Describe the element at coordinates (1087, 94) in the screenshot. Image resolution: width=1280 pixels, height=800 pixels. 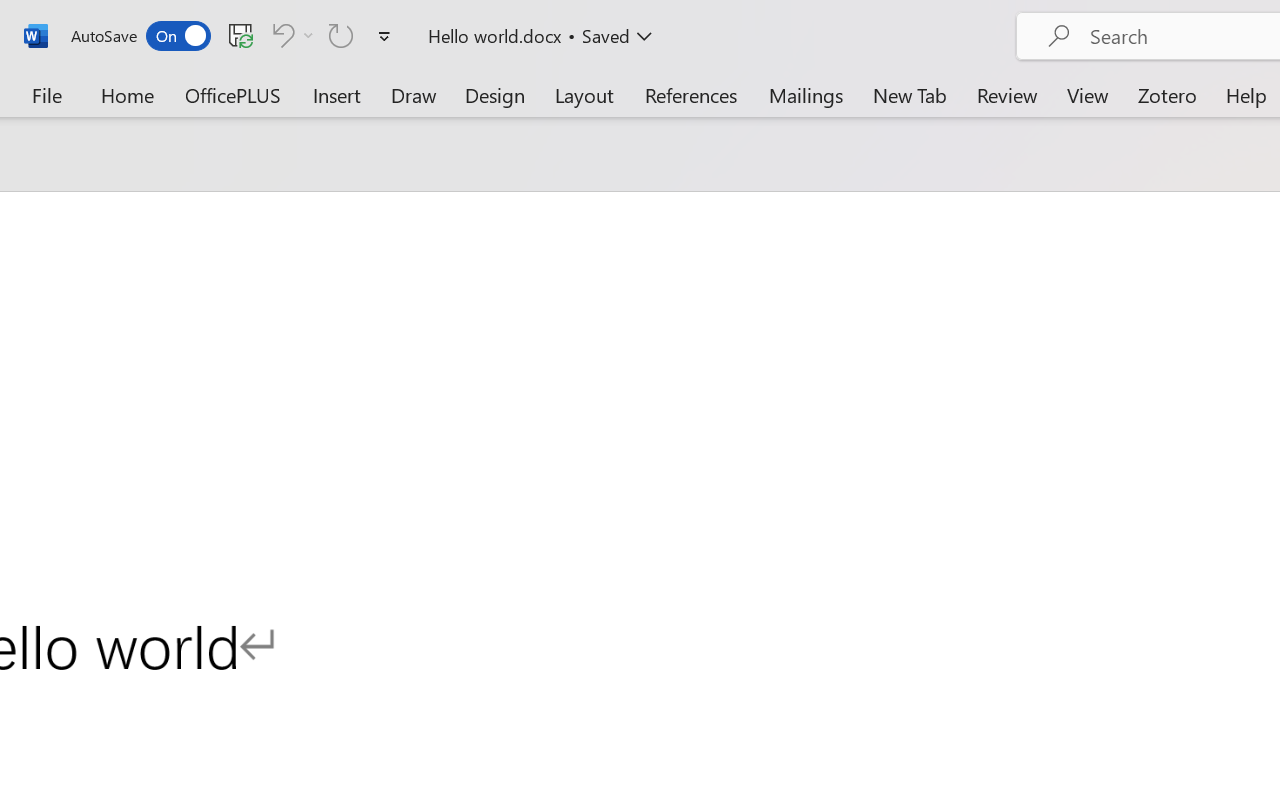
I see `'View'` at that location.